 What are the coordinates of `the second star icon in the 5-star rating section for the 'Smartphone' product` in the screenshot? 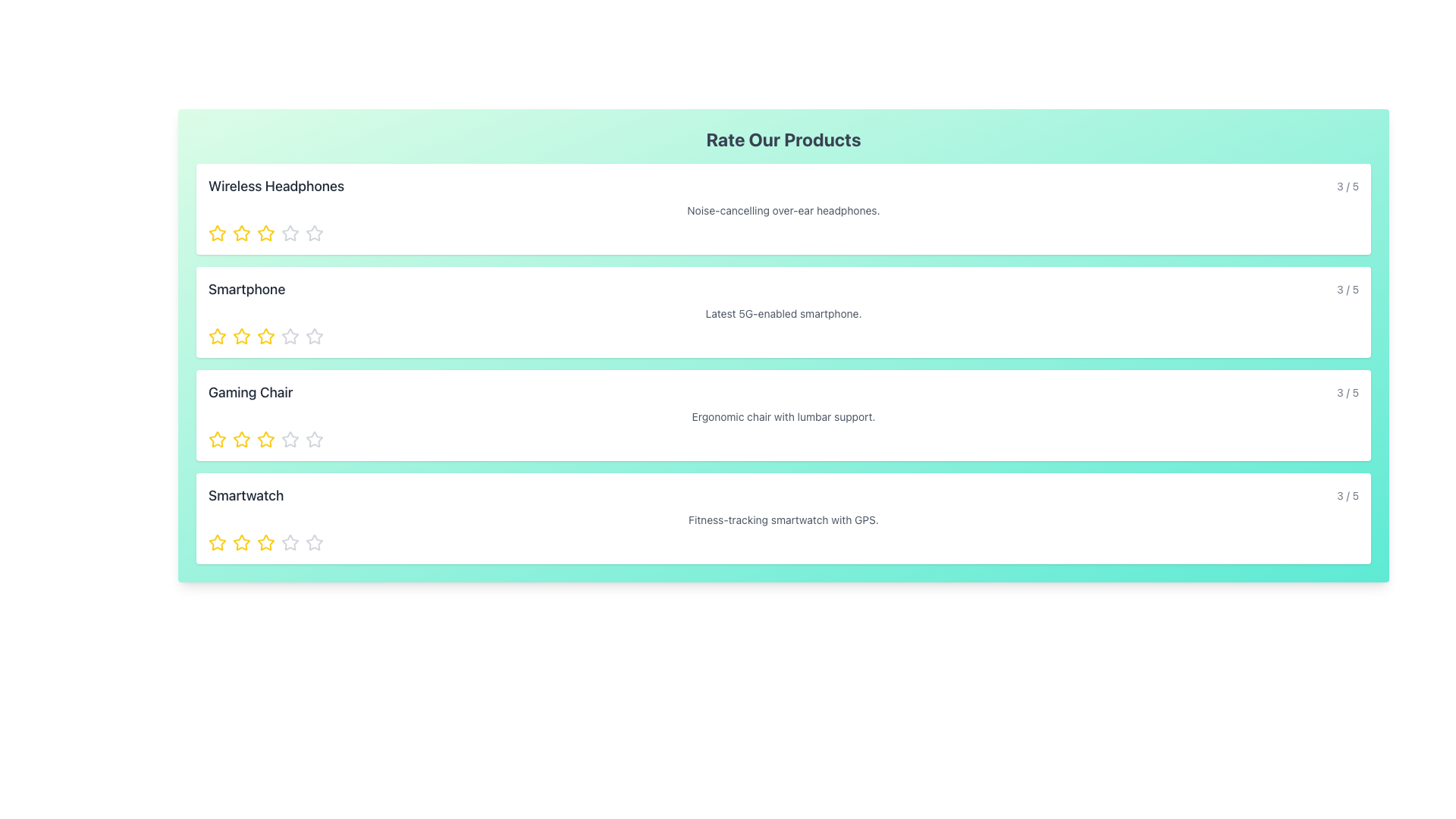 It's located at (265, 335).